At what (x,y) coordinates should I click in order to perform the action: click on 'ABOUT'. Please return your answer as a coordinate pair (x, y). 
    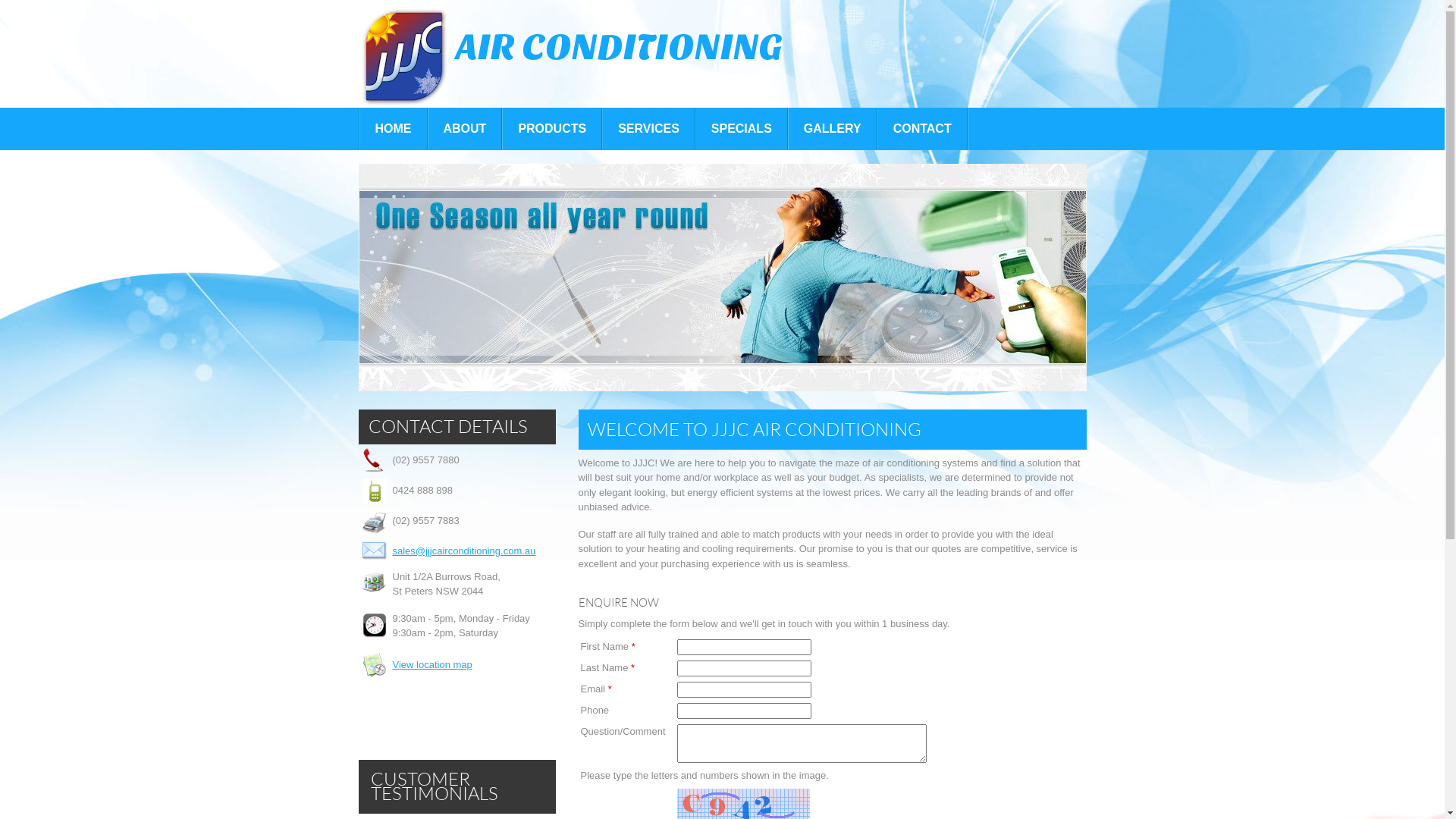
    Looking at the image, I should click on (463, 127).